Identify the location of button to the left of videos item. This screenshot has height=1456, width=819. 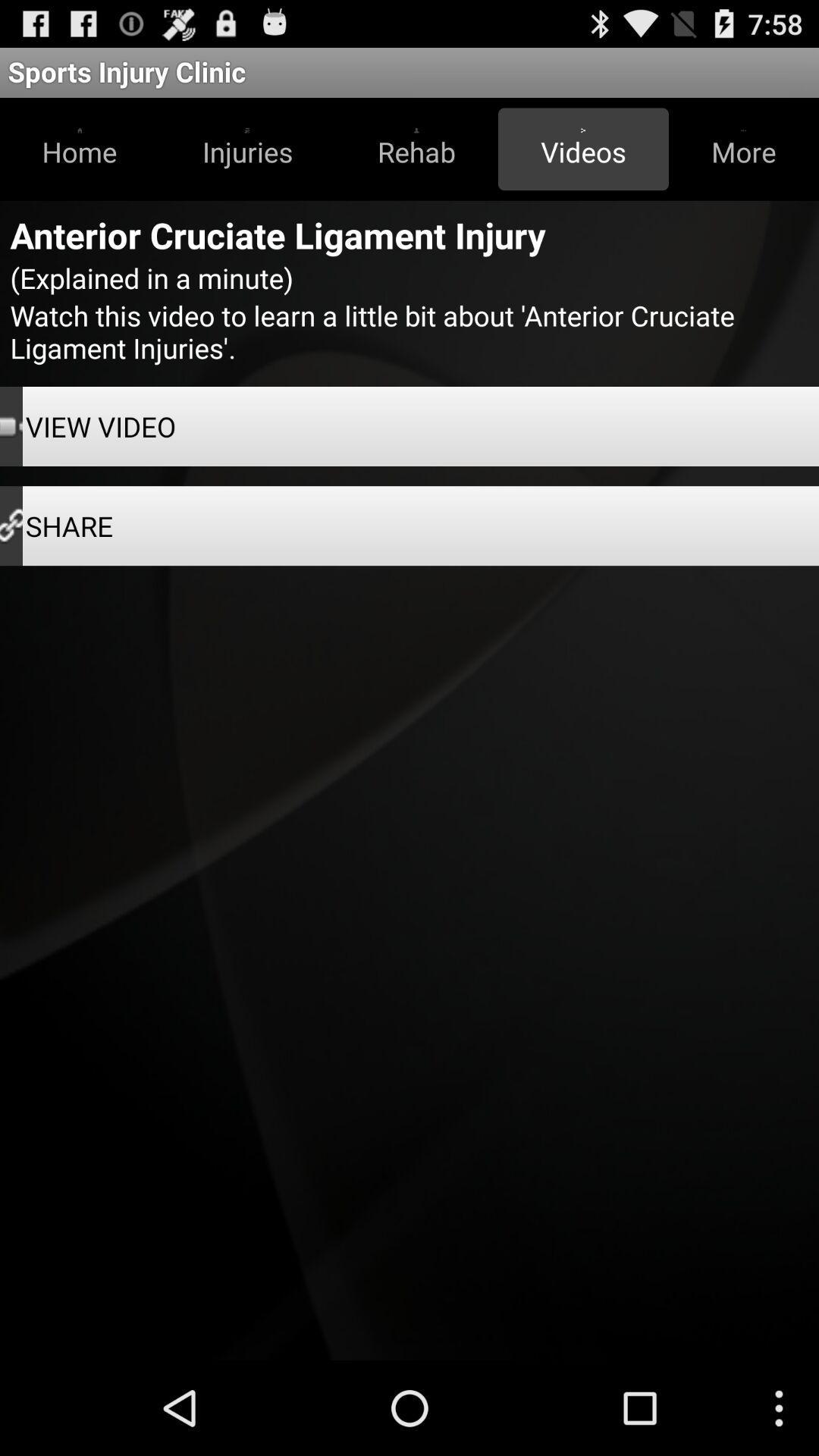
(416, 149).